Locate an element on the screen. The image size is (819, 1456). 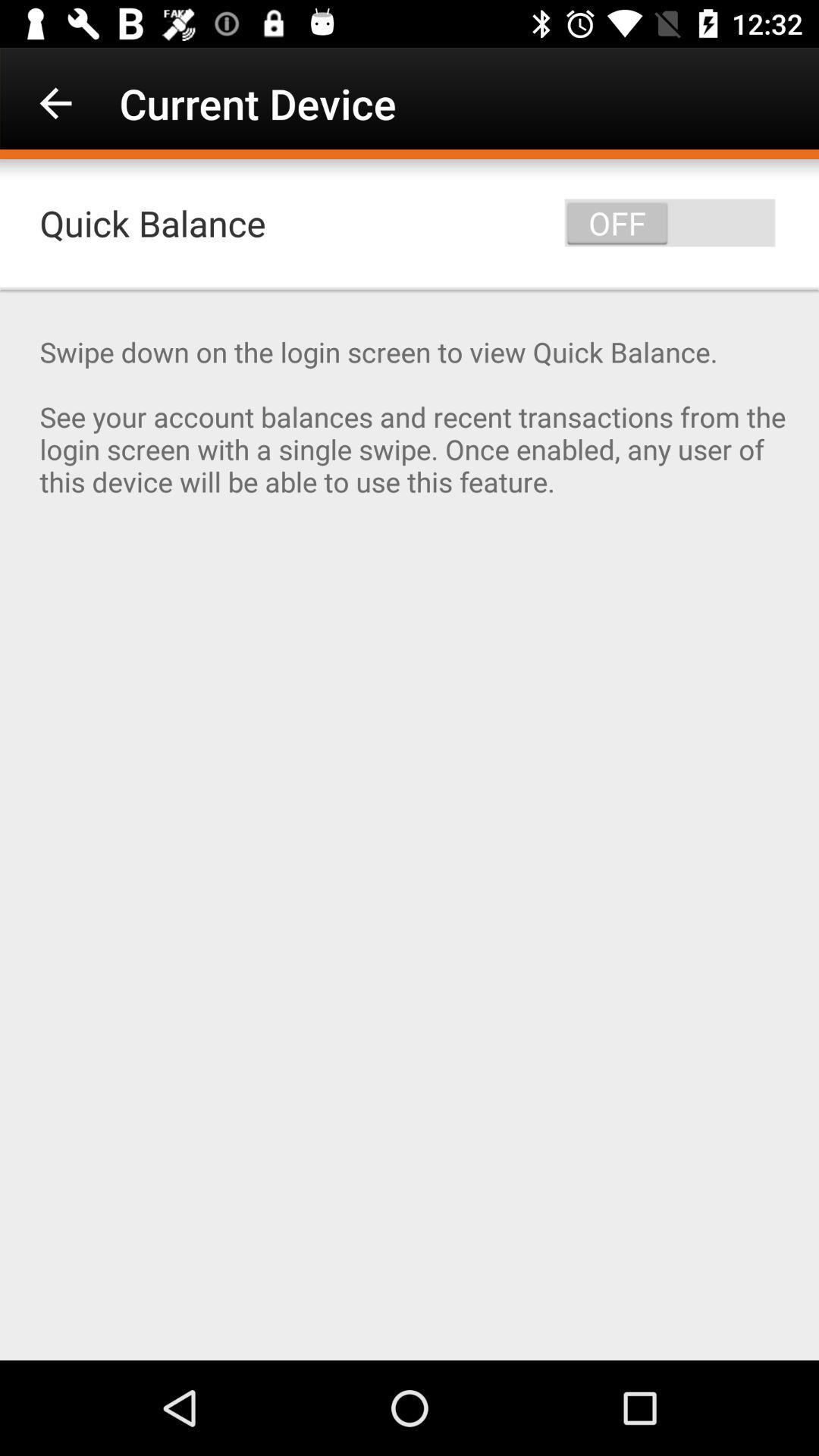
the item above the quick balance icon is located at coordinates (55, 102).